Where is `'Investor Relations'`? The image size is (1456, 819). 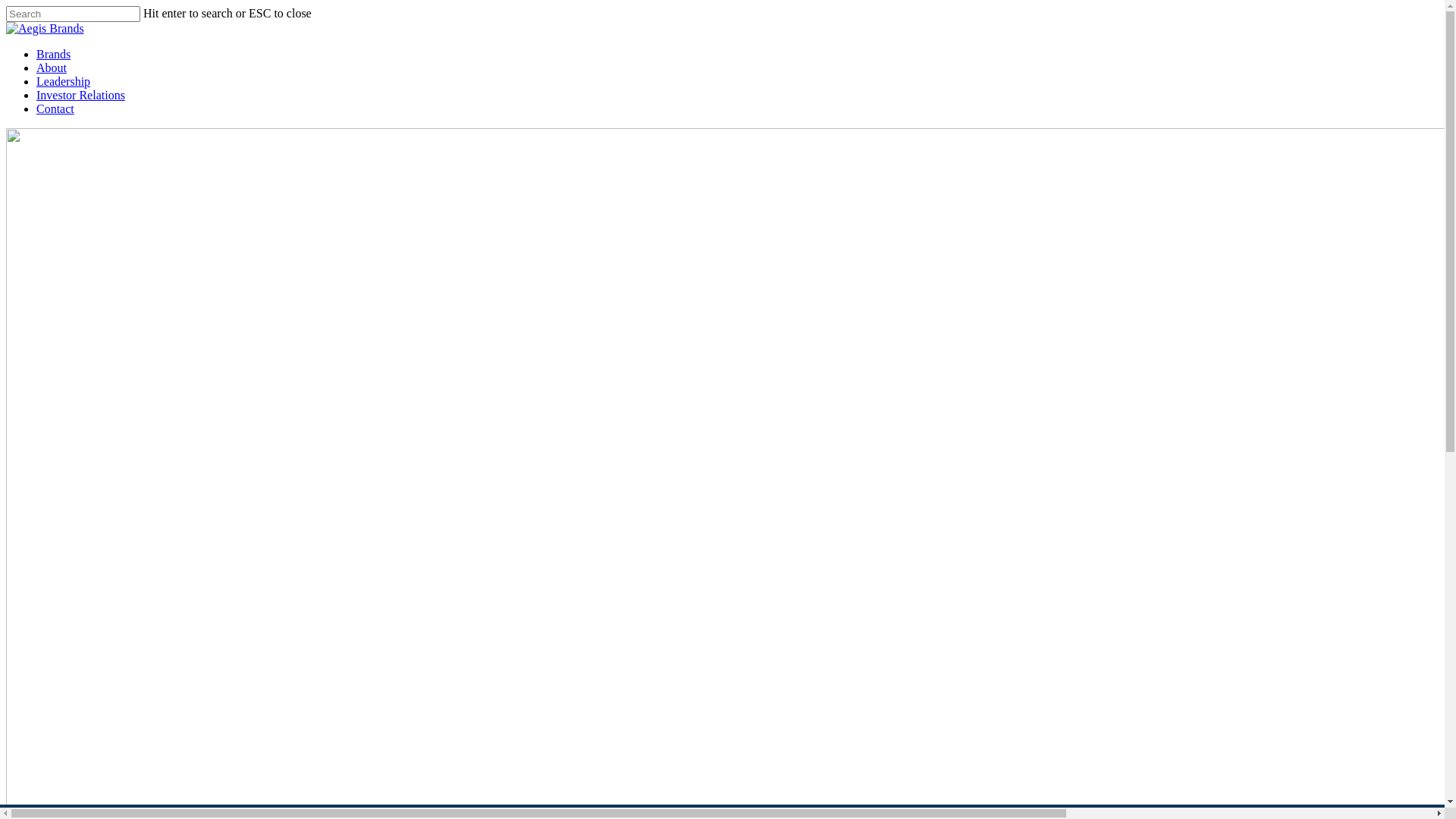 'Investor Relations' is located at coordinates (80, 95).